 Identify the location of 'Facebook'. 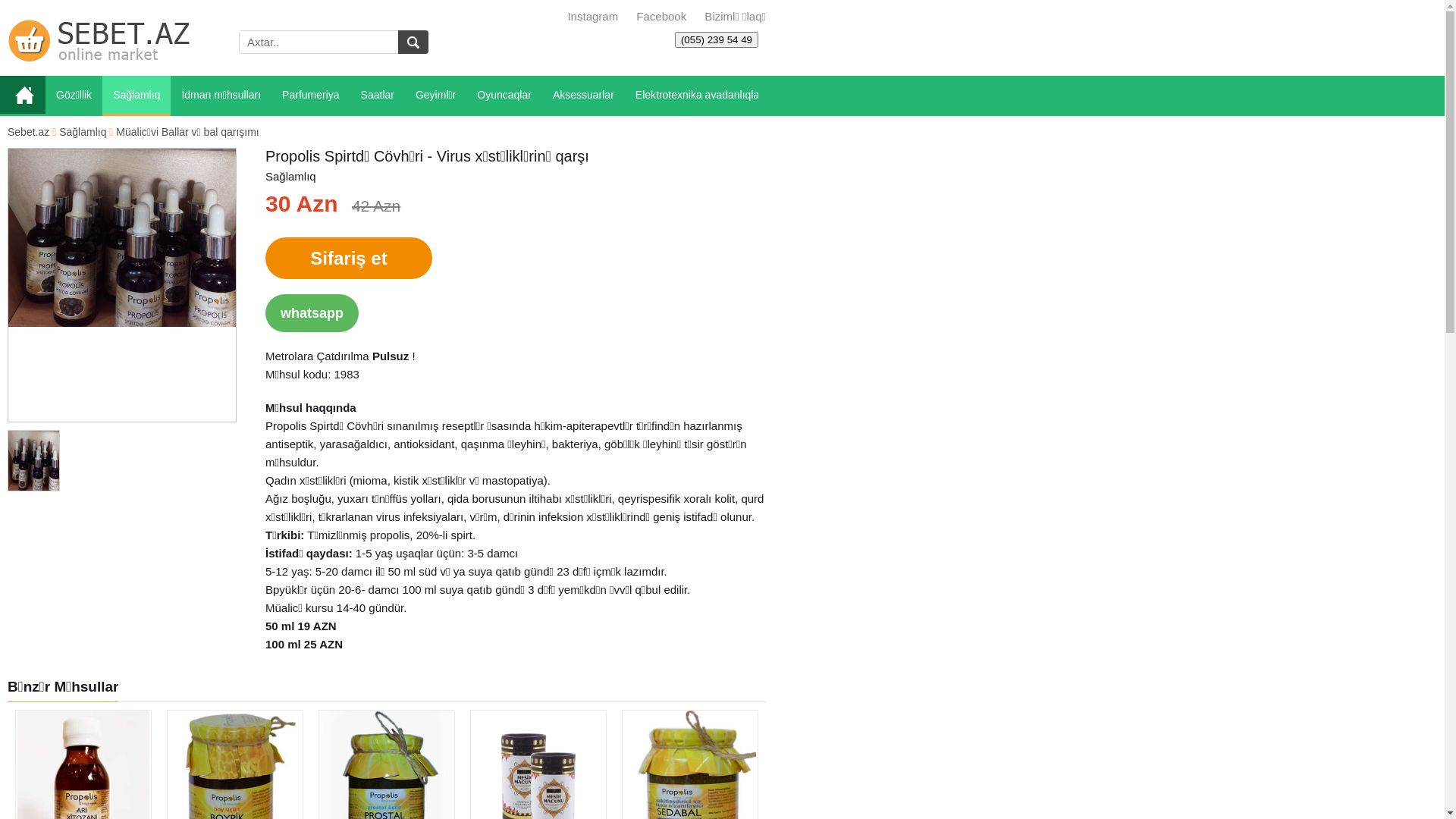
(659, 16).